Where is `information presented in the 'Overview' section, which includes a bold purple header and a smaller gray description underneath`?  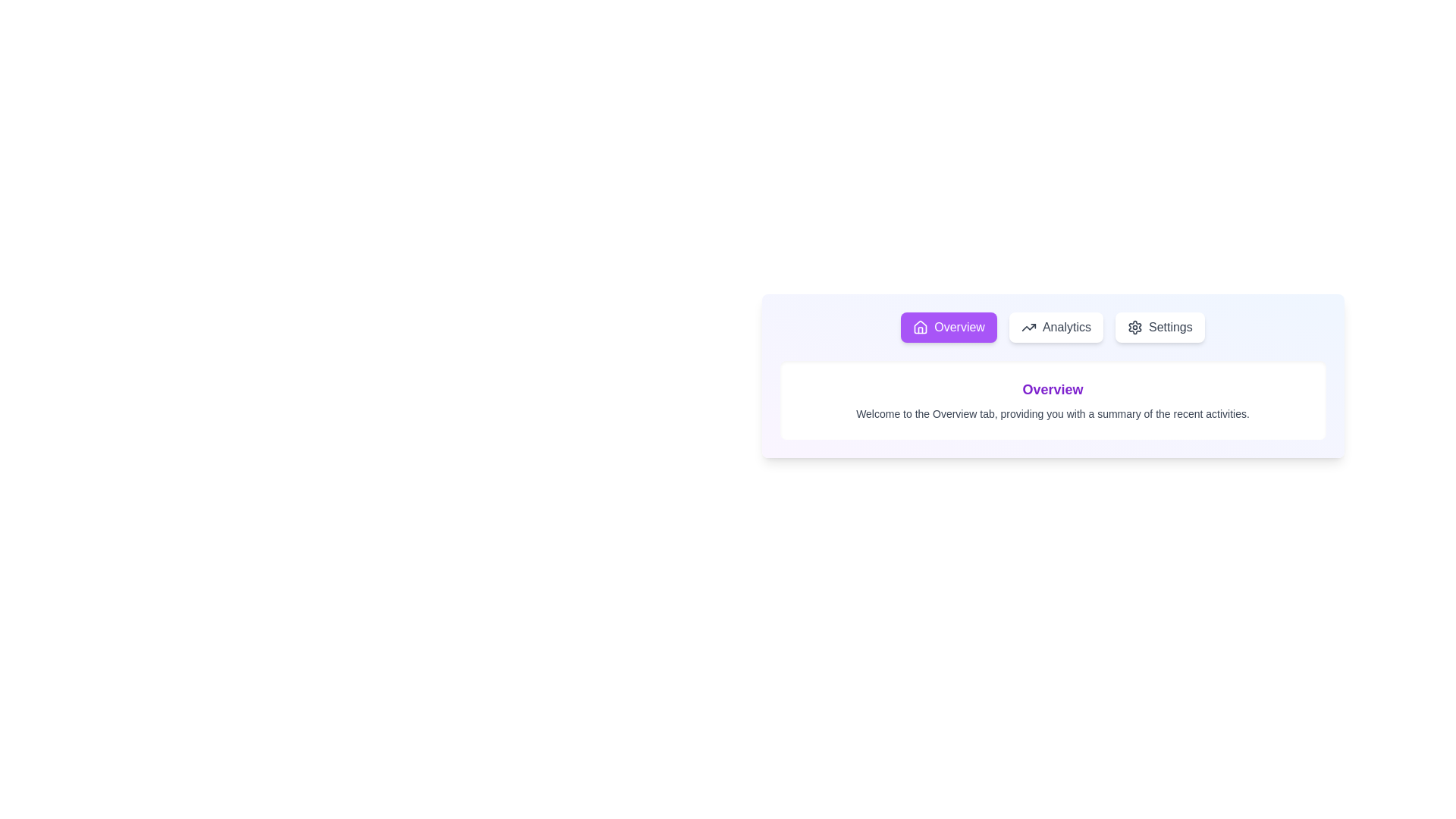 information presented in the 'Overview' section, which includes a bold purple header and a smaller gray description underneath is located at coordinates (1052, 400).